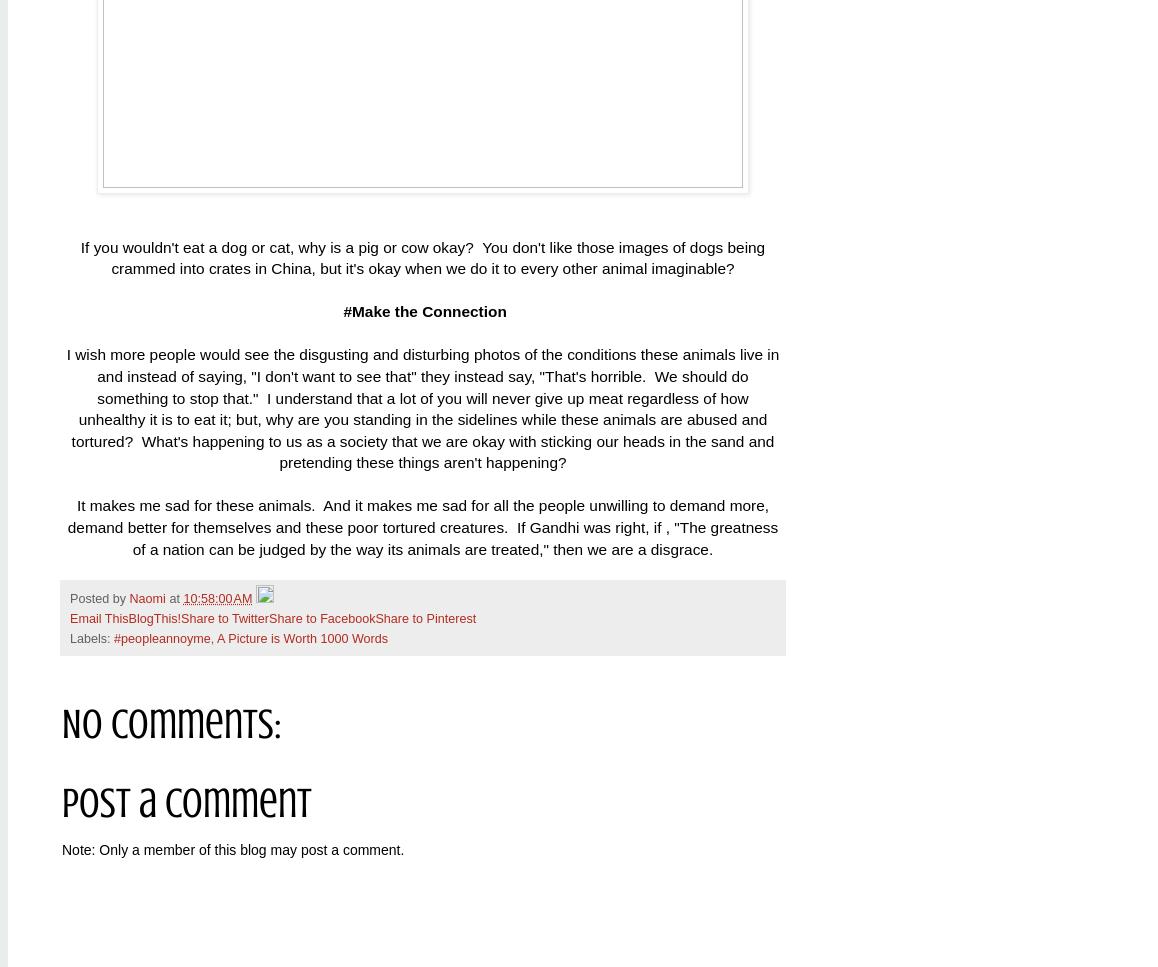 The height and width of the screenshot is (967, 1158). Describe the element at coordinates (91, 637) in the screenshot. I see `'Labels:'` at that location.